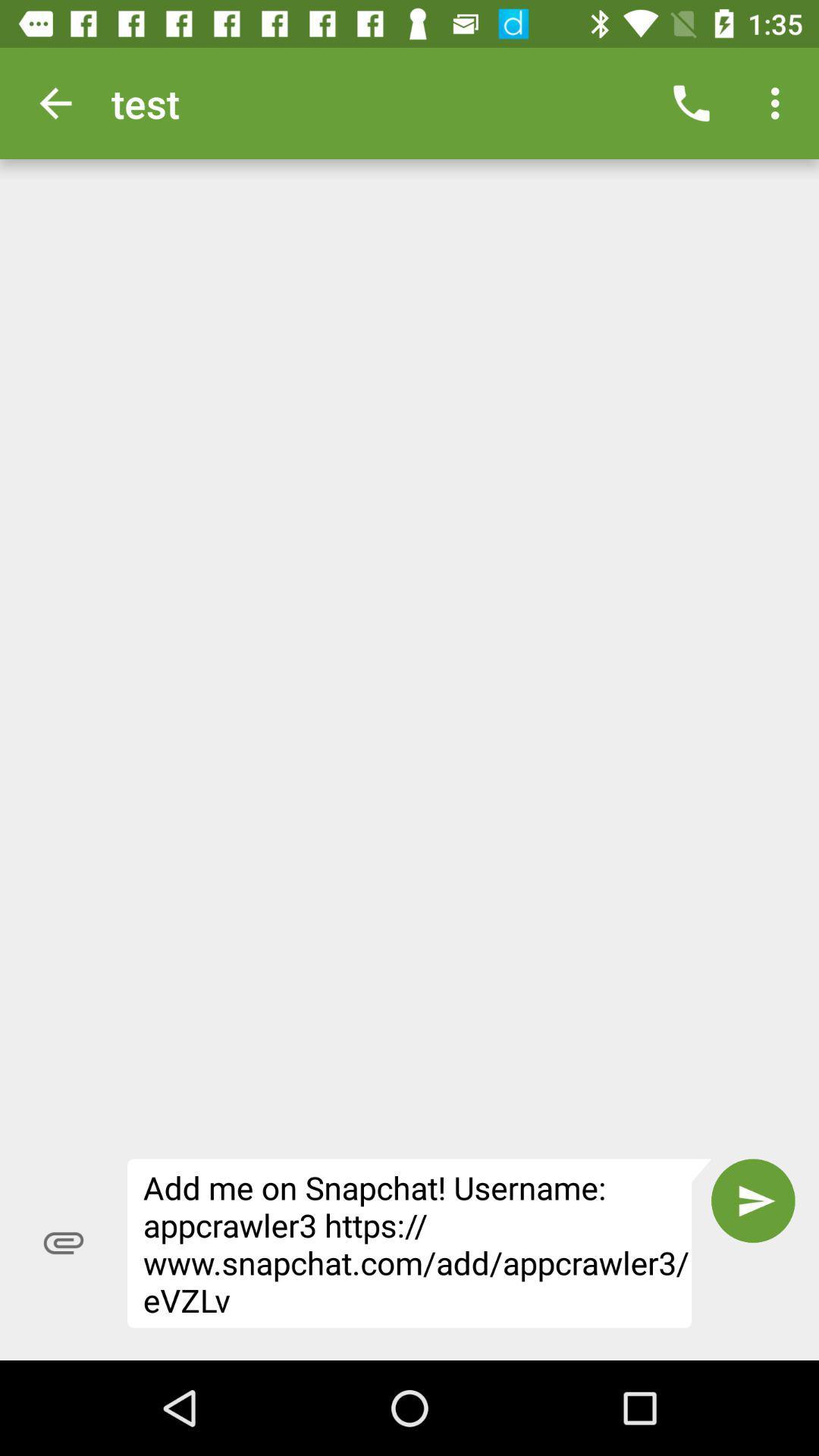  Describe the element at coordinates (63, 1243) in the screenshot. I see `item next to the add me on icon` at that location.